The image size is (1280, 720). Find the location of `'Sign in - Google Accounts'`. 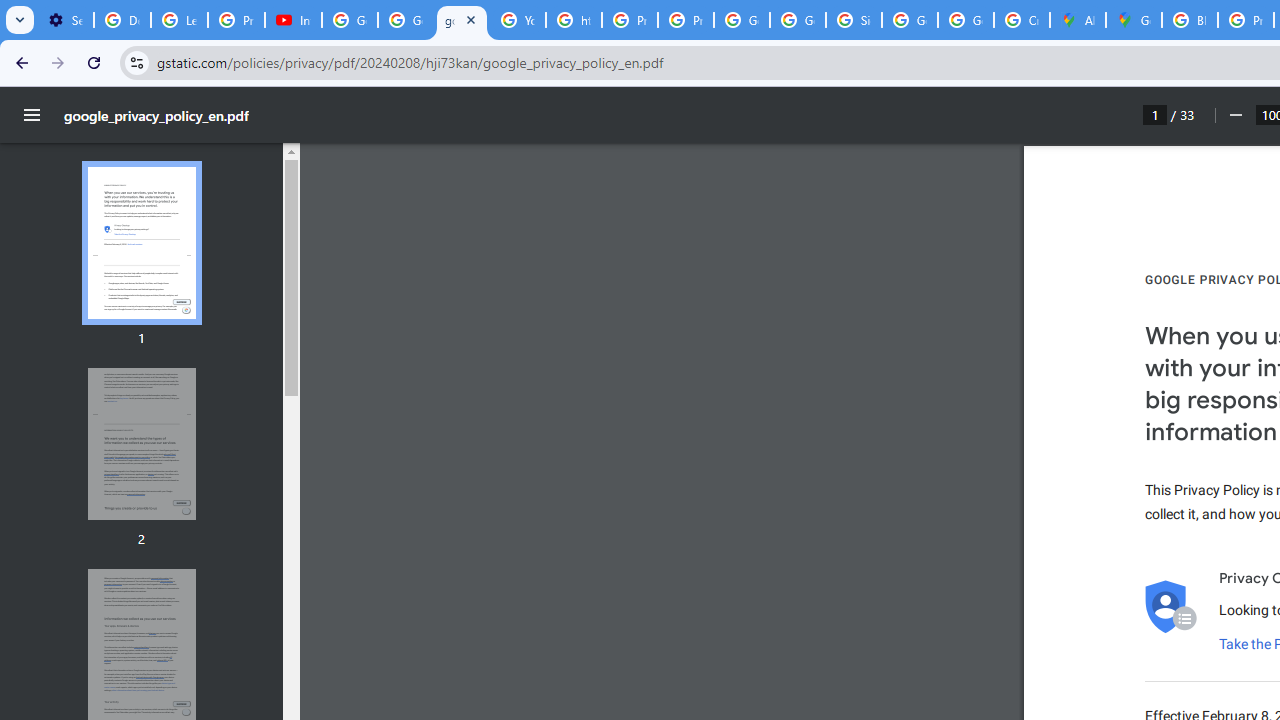

'Sign in - Google Accounts' is located at coordinates (853, 20).